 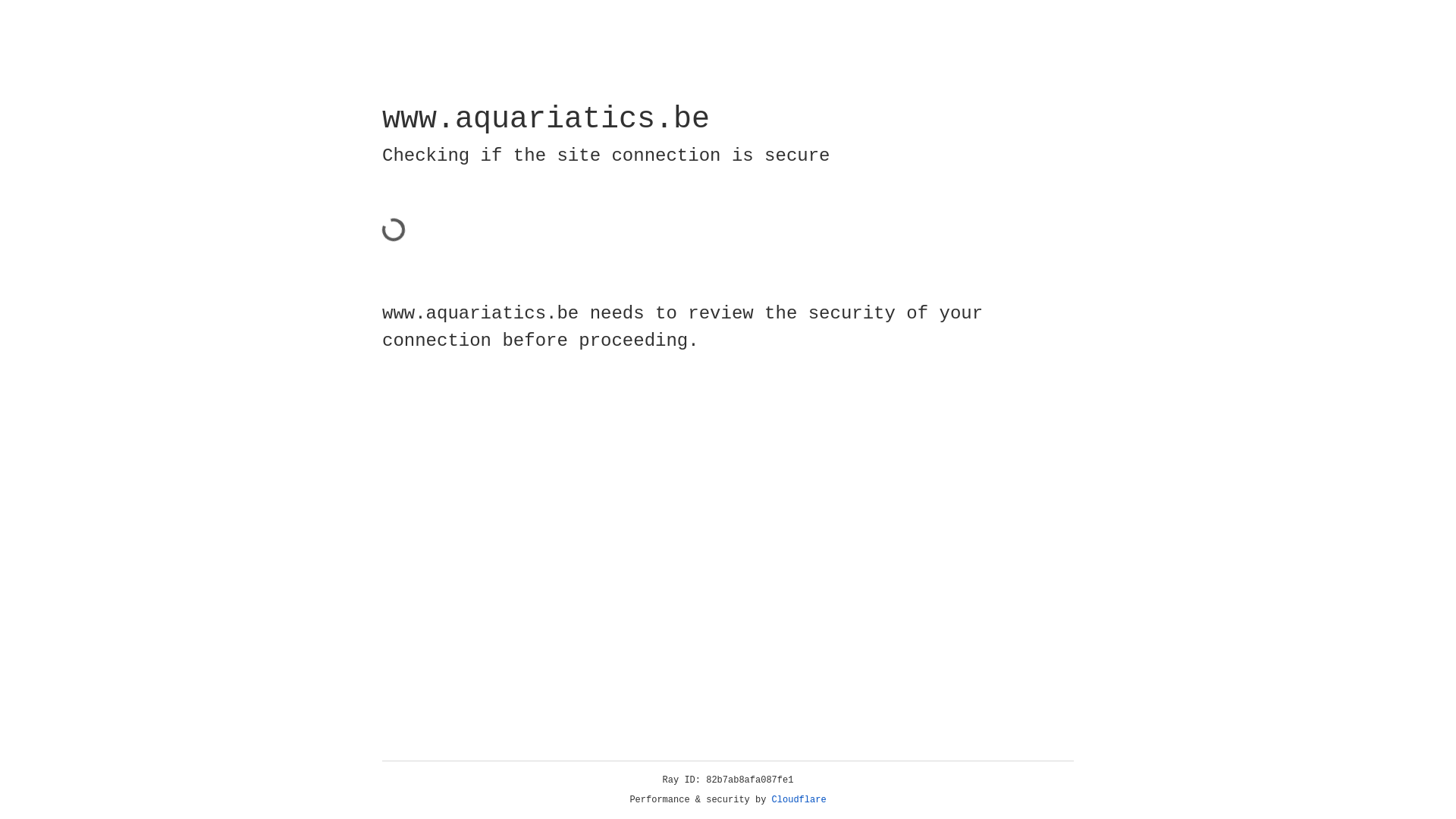 I want to click on 'Cloudflare', so click(x=799, y=799).